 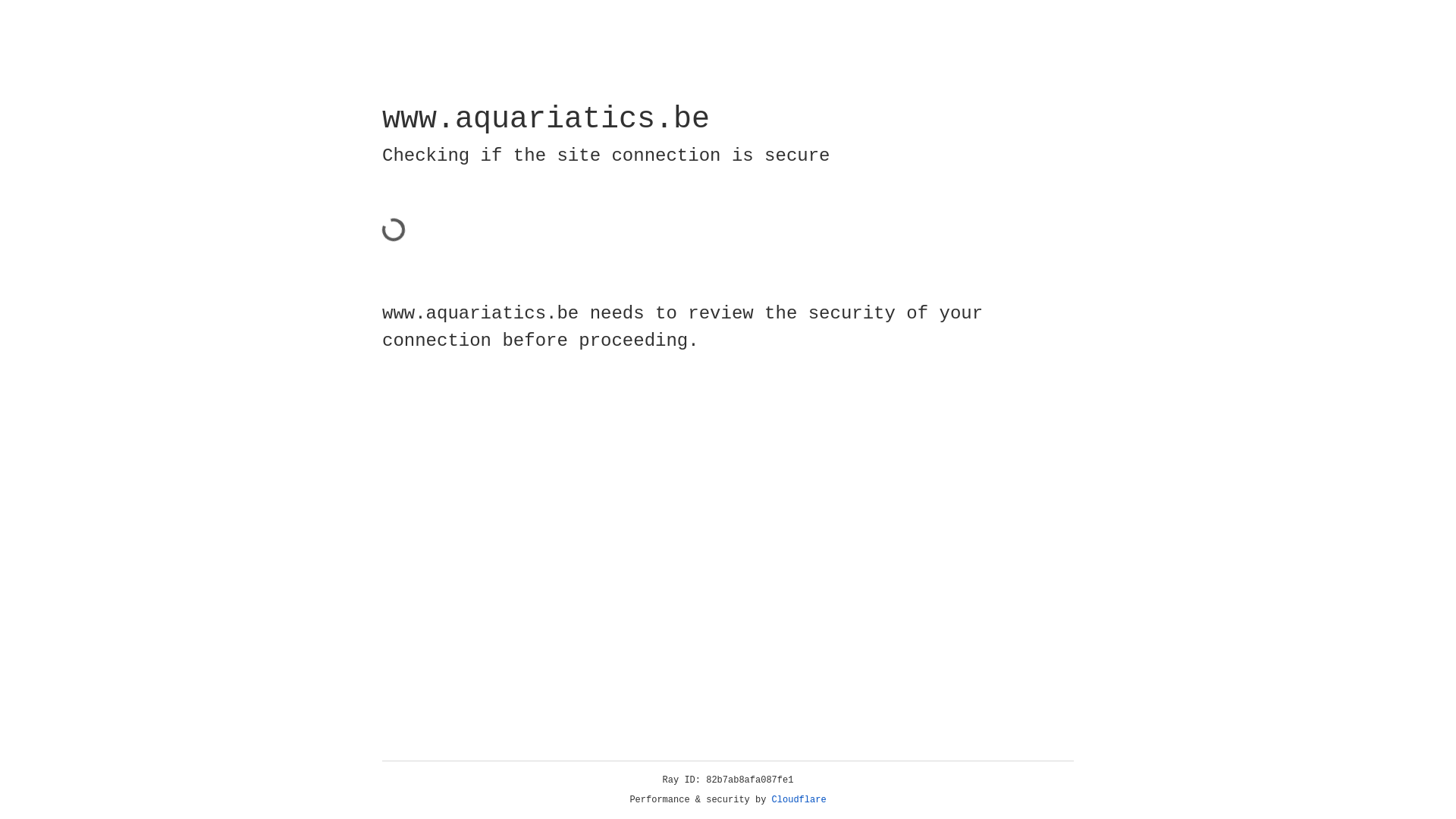 I want to click on 'Cloudflare', so click(x=799, y=799).